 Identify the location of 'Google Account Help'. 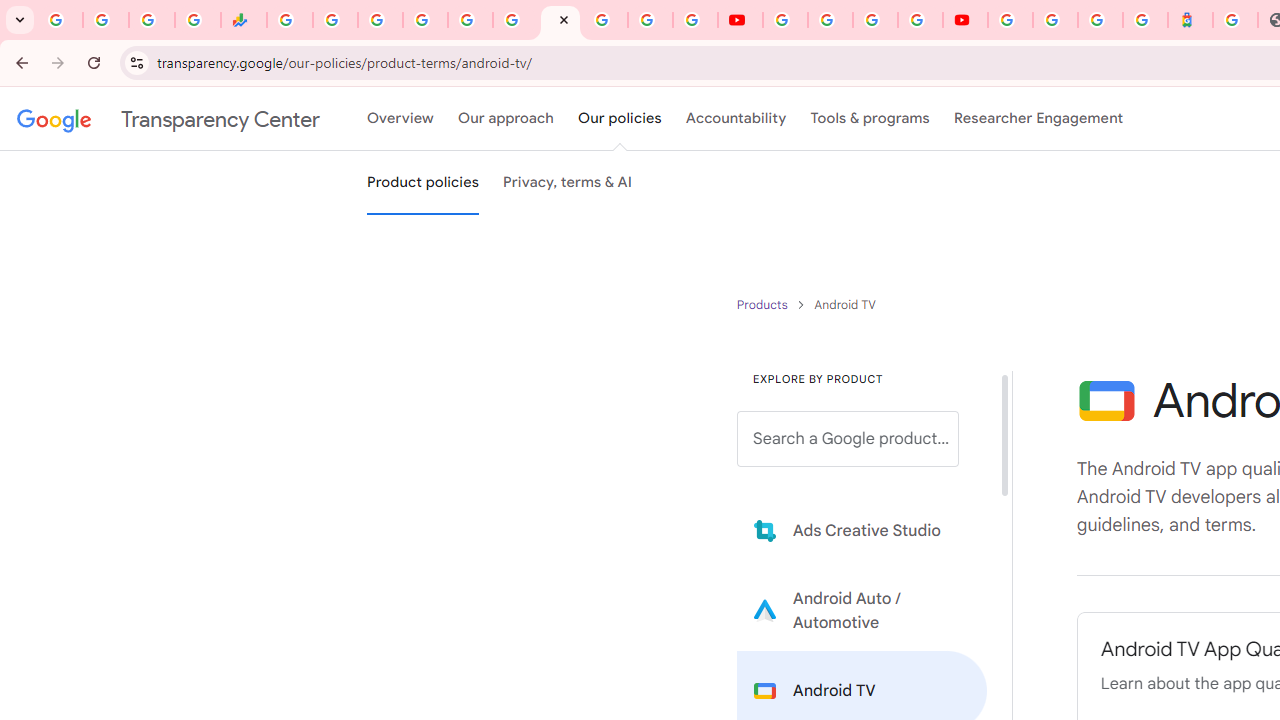
(830, 20).